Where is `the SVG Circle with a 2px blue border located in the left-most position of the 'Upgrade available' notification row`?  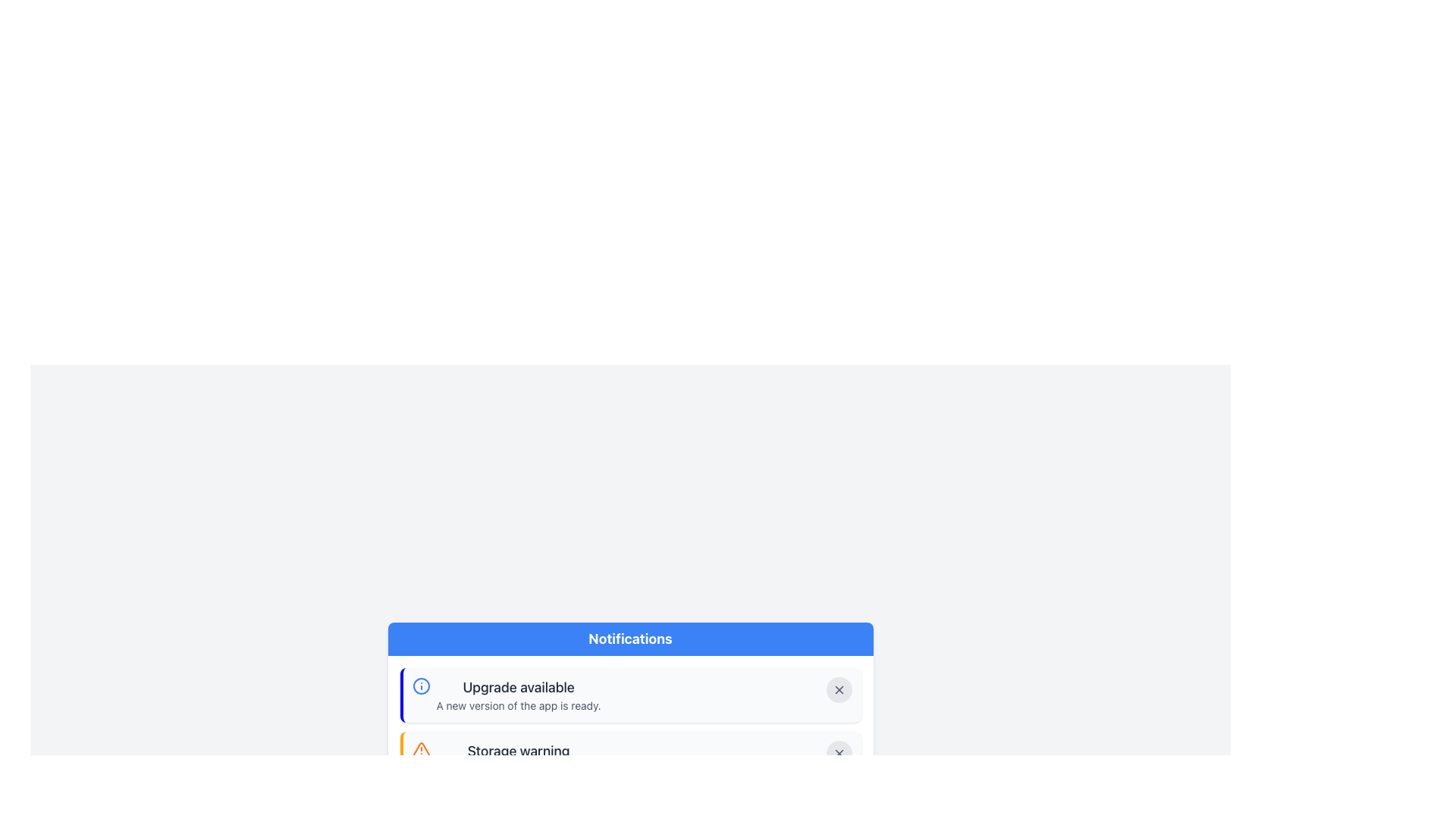 the SVG Circle with a 2px blue border located in the left-most position of the 'Upgrade available' notification row is located at coordinates (421, 686).